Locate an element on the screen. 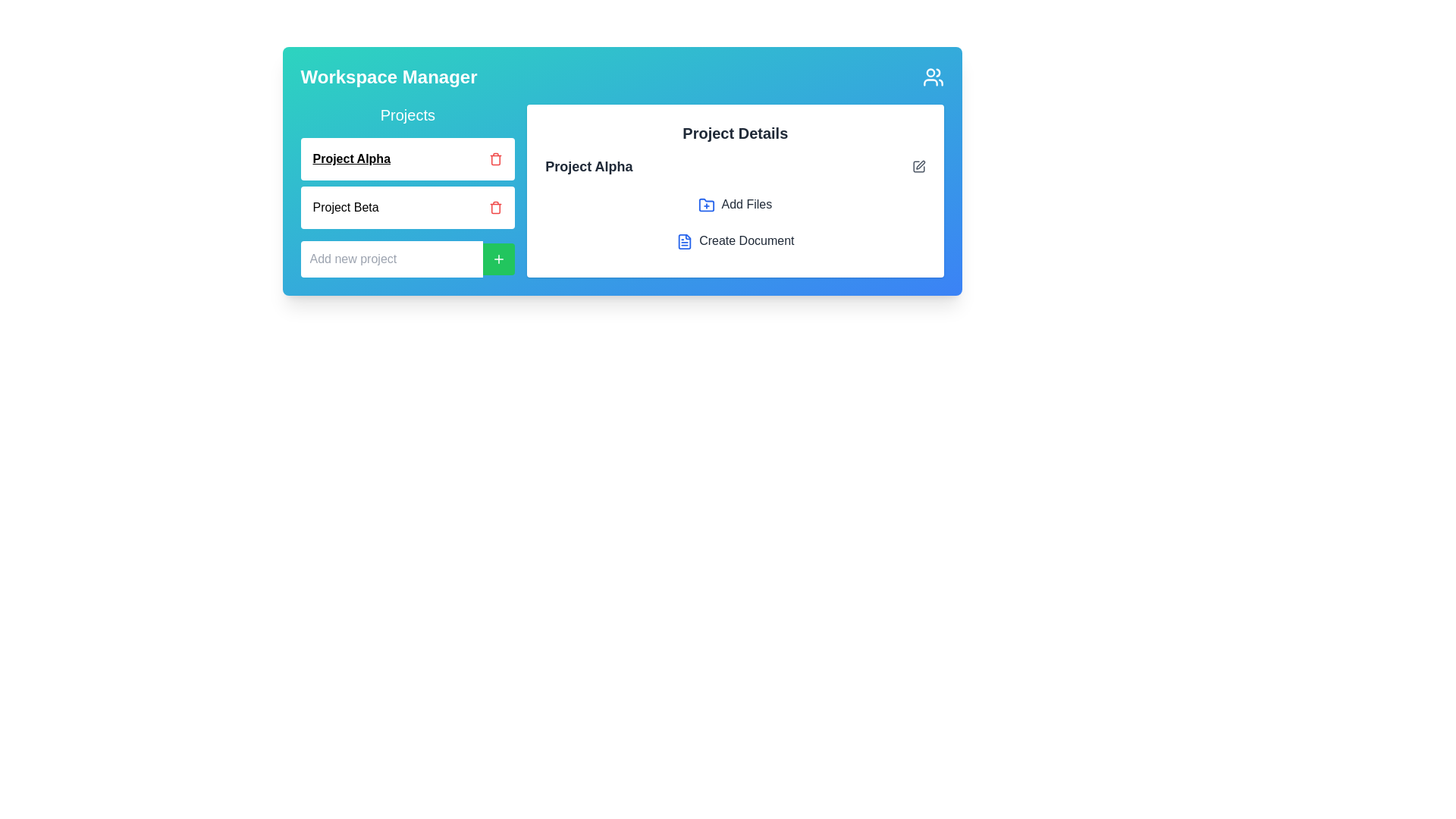  the green square button containing the compact plus icon is located at coordinates (499, 259).